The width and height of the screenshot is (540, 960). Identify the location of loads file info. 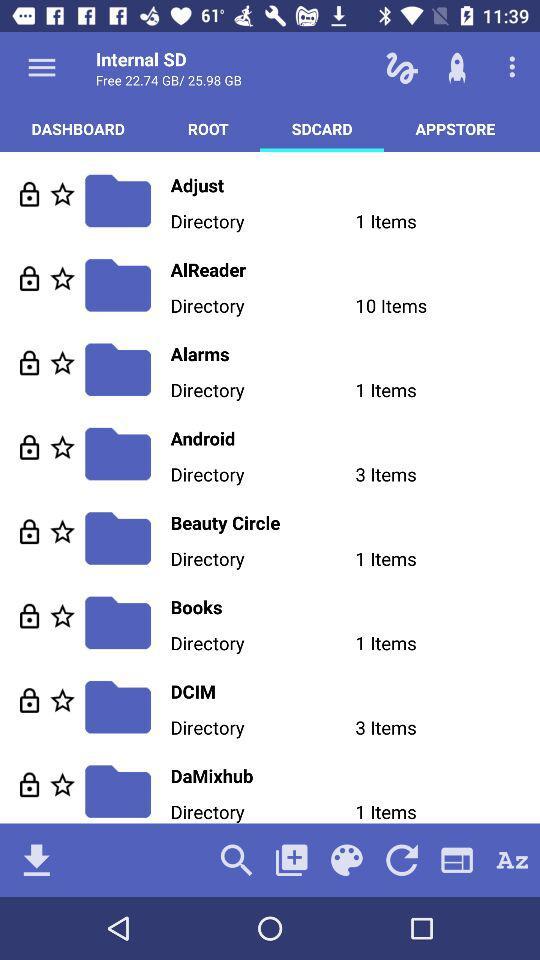
(28, 784).